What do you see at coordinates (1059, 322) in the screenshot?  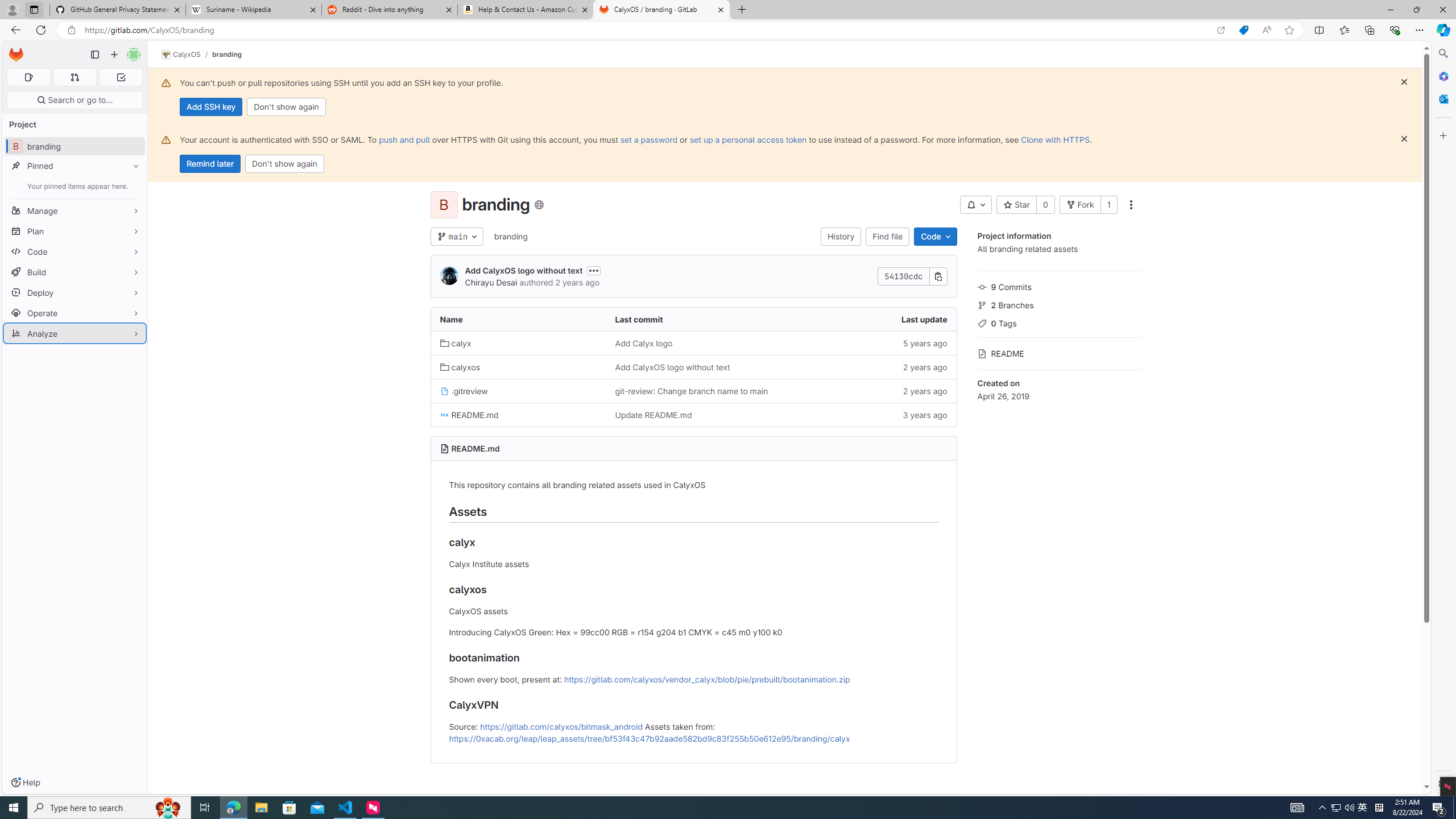 I see `'0 Tags'` at bounding box center [1059, 322].